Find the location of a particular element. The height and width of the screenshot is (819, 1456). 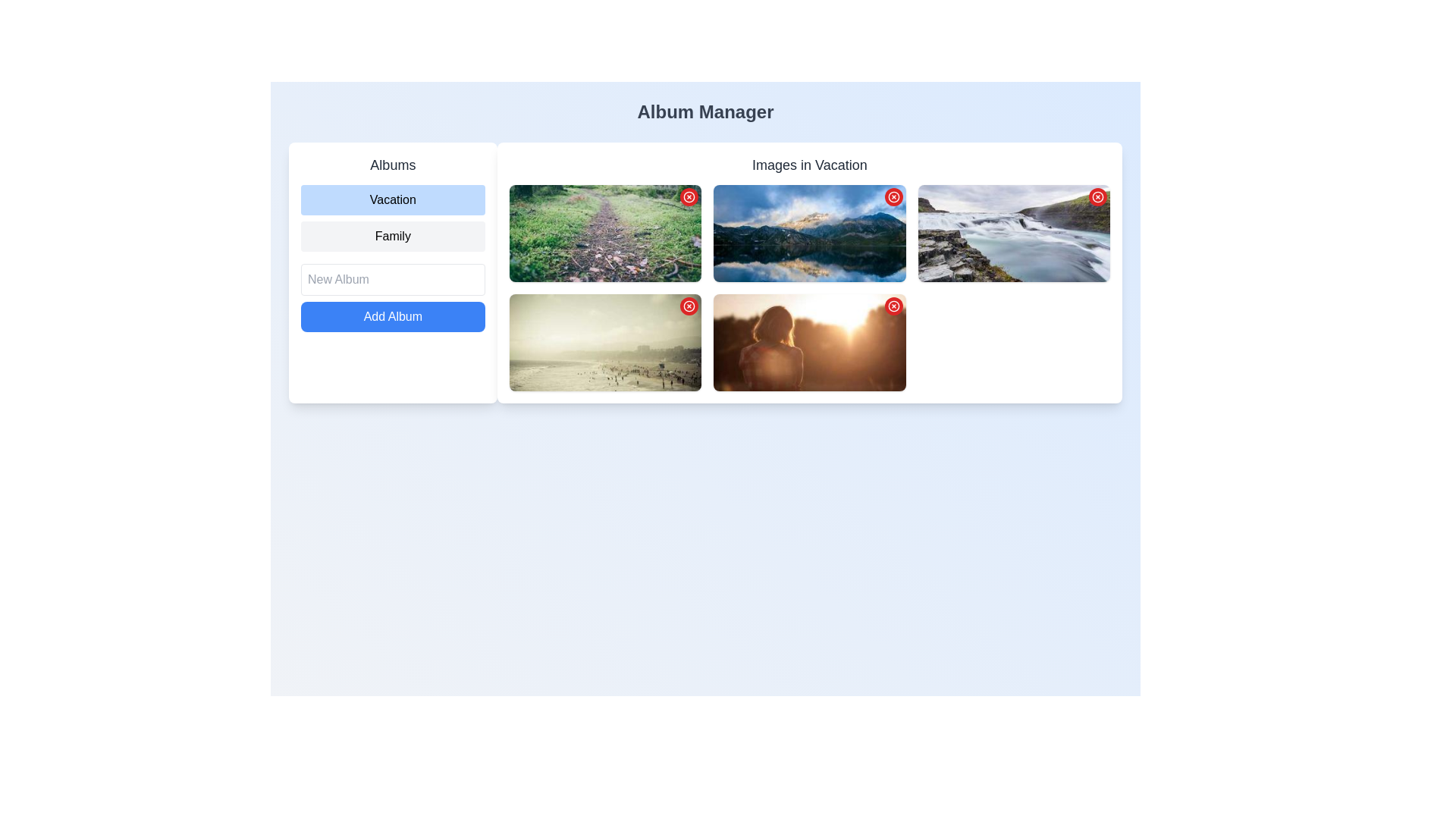

the small, circular red button with a white border and an 'X' icon located in the top right corner of the river scene image in the 'Images in Vacation' section of the Album Manager interface is located at coordinates (1098, 196).